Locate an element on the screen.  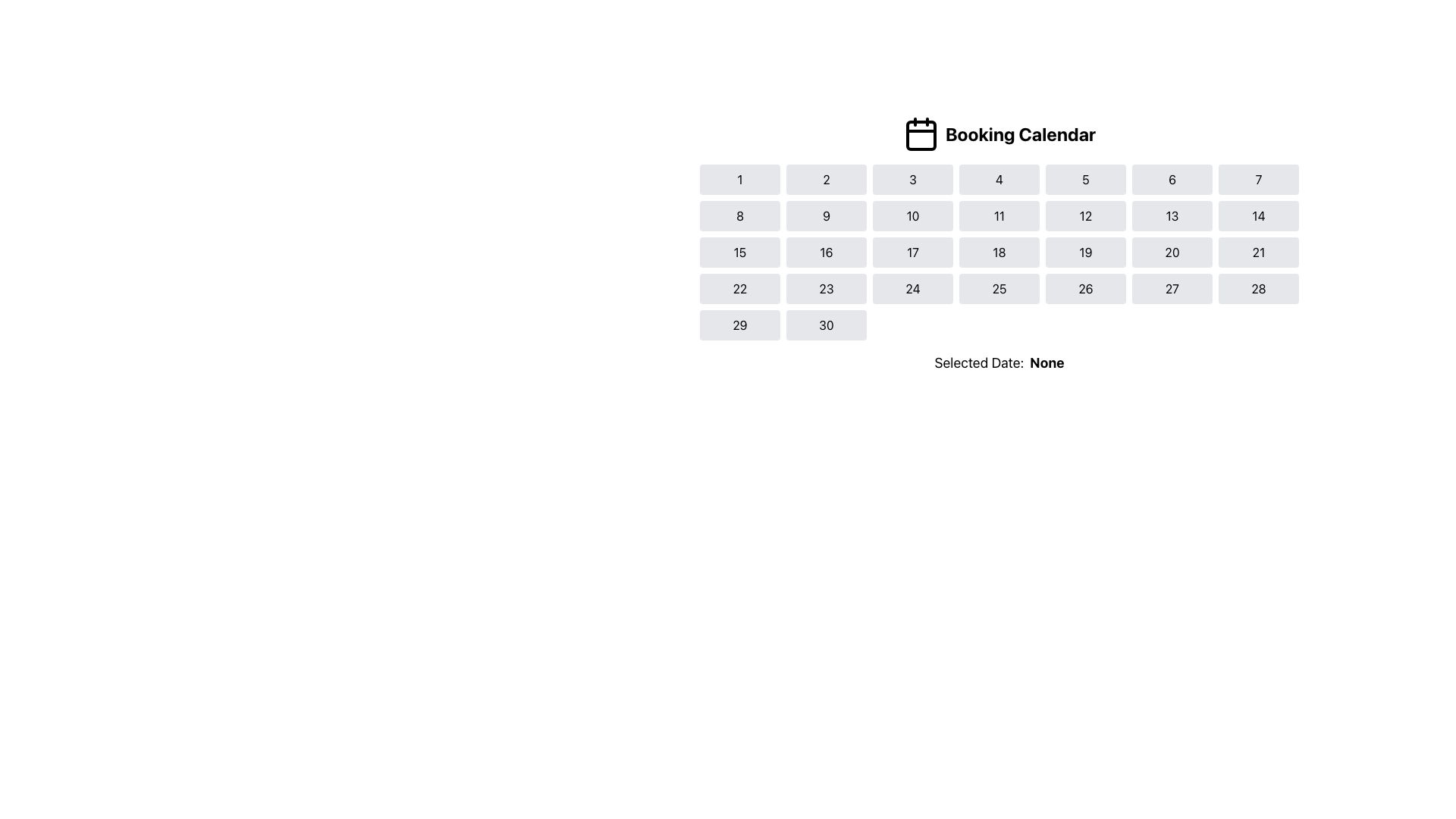
the selectable day button in the calendar interface, which is located in the third column of the third row, directly beneath '10' and '3' is located at coordinates (912, 251).